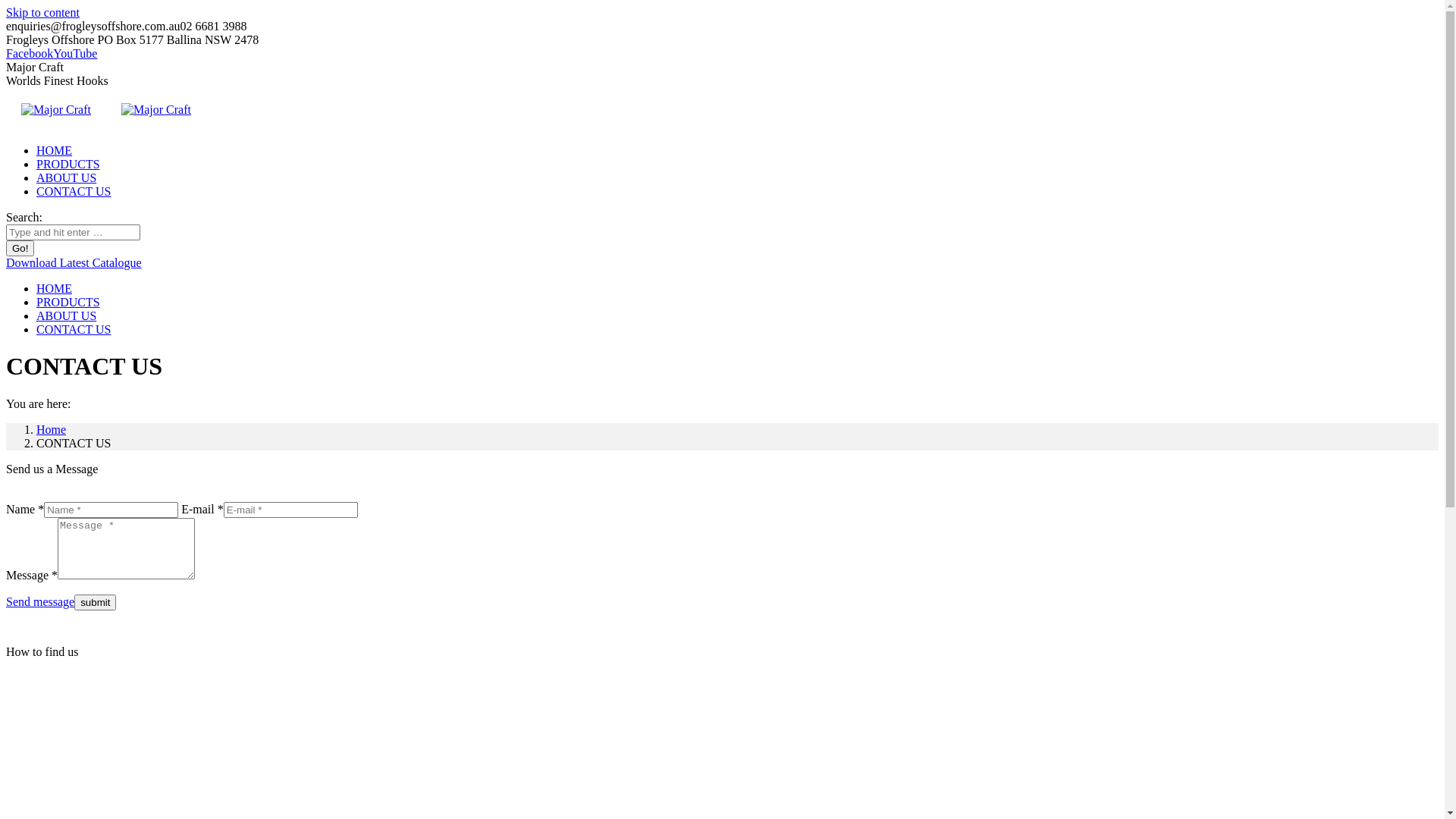  What do you see at coordinates (67, 302) in the screenshot?
I see `'PRODUCTS'` at bounding box center [67, 302].